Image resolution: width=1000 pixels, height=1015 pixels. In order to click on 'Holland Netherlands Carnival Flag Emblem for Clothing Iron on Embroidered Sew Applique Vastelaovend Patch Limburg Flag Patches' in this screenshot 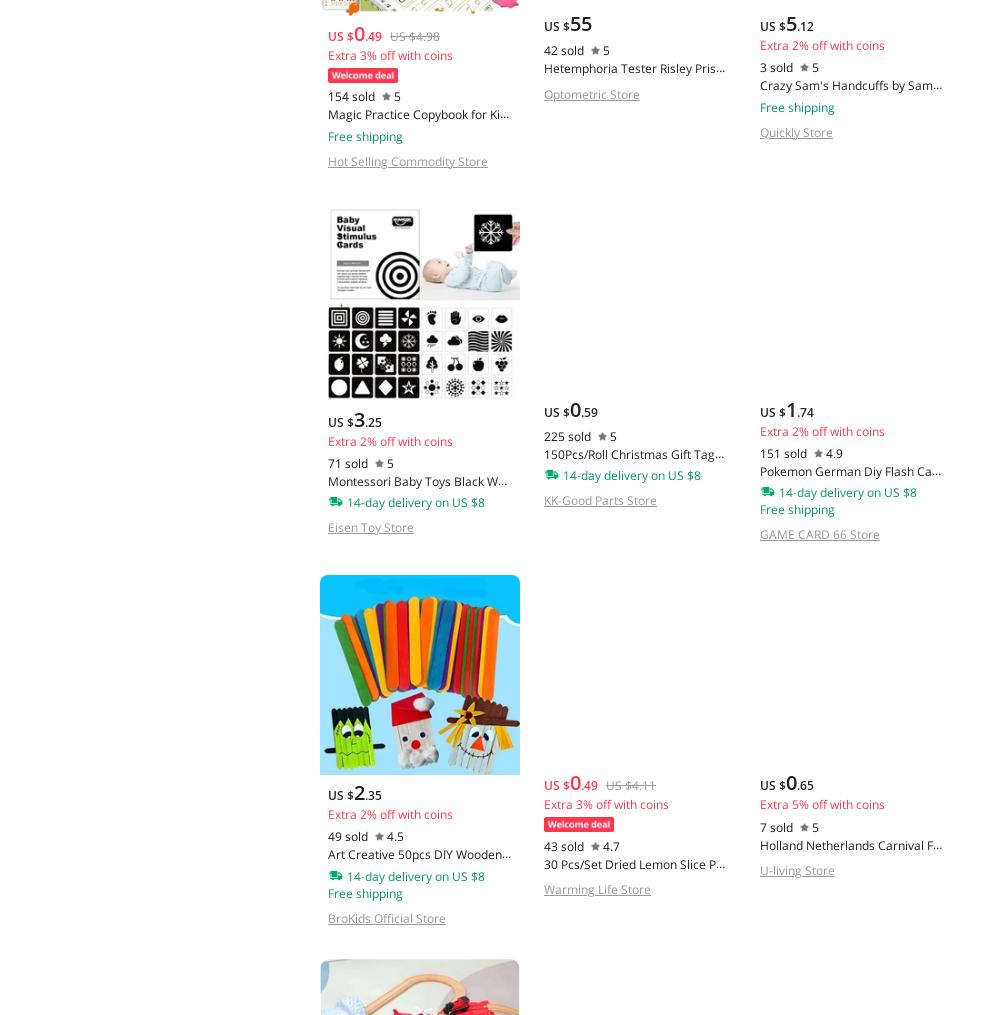, I will do `click(759, 880)`.